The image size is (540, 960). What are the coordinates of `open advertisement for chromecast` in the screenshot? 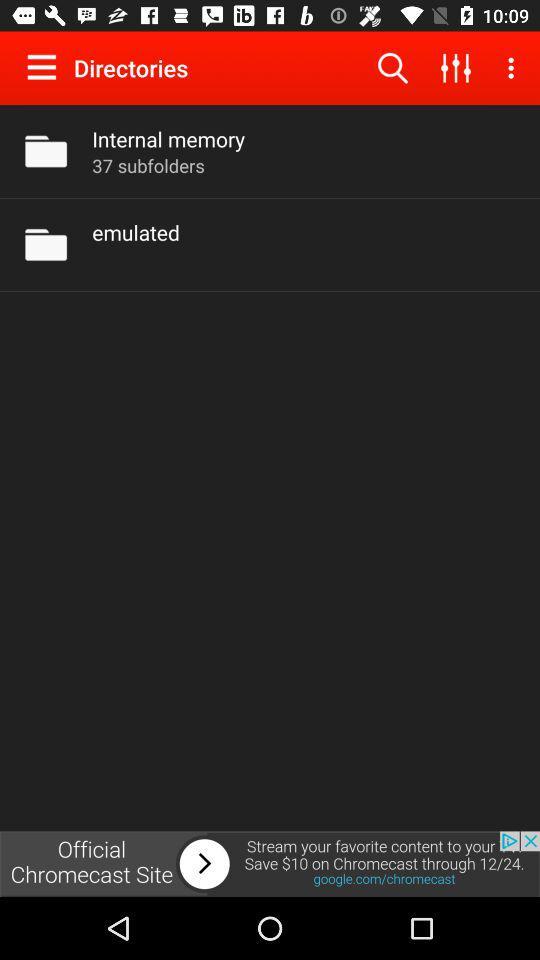 It's located at (270, 863).